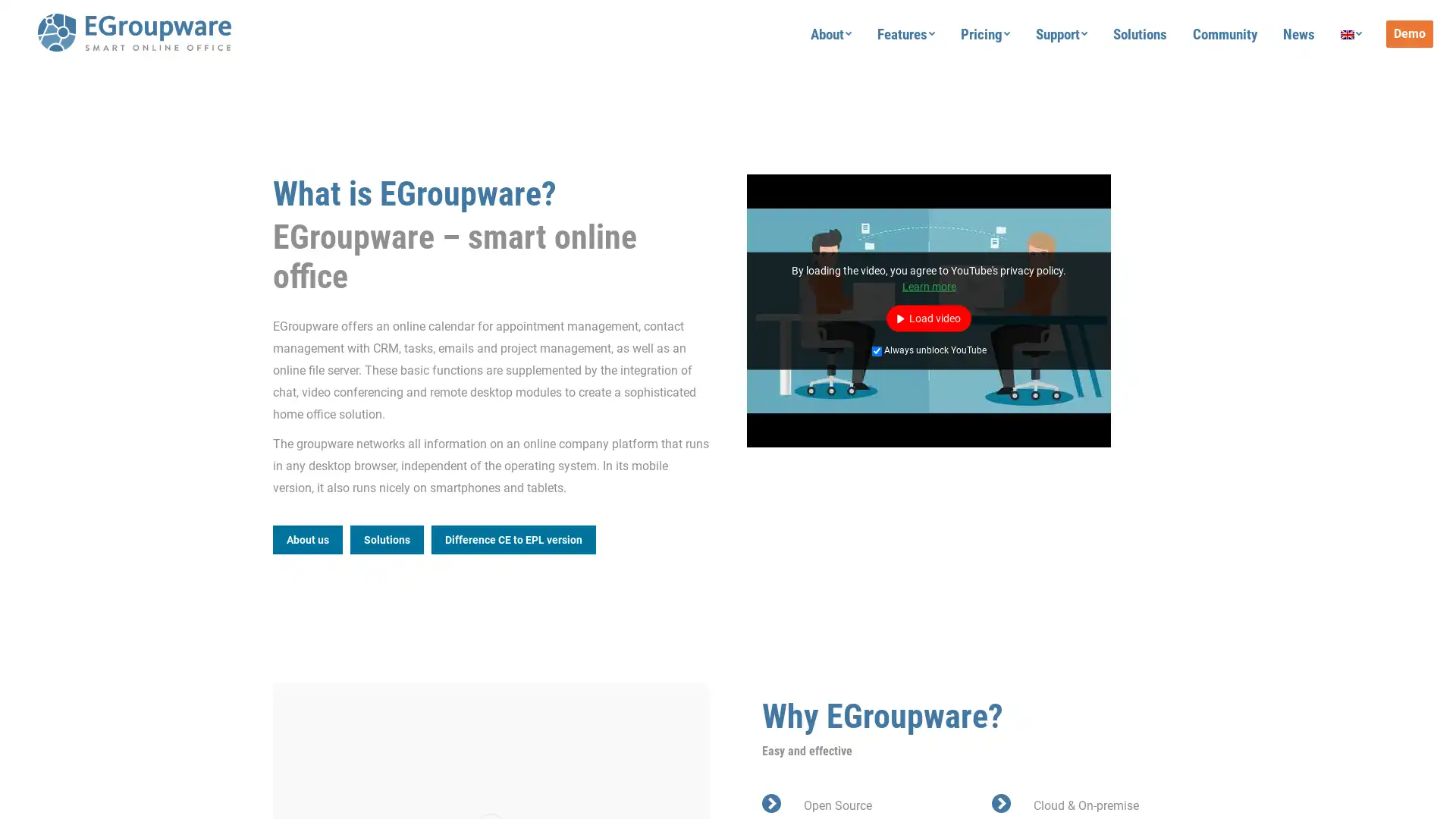 This screenshot has width=1456, height=819. What do you see at coordinates (927, 317) in the screenshot?
I see `Load video` at bounding box center [927, 317].